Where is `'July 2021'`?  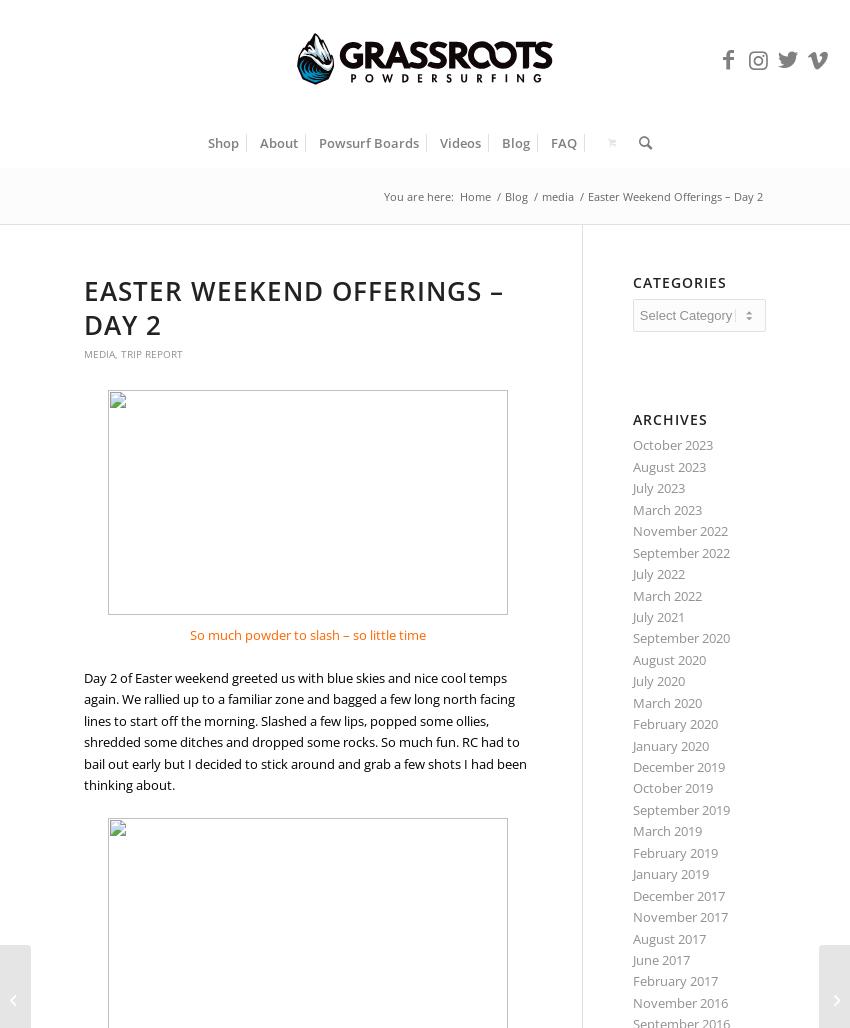
'July 2021' is located at coordinates (657, 614).